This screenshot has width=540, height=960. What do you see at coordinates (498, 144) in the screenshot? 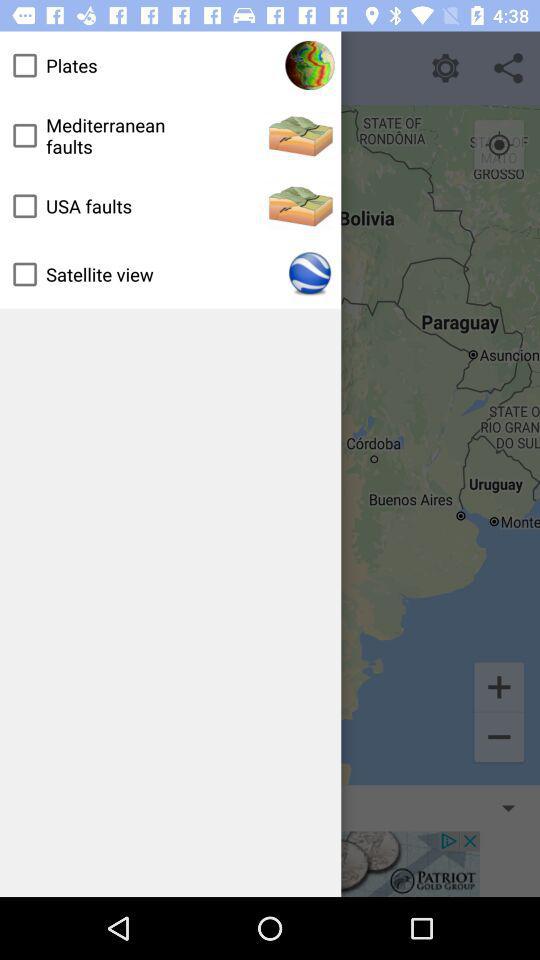
I see `the location_crosshair icon` at bounding box center [498, 144].